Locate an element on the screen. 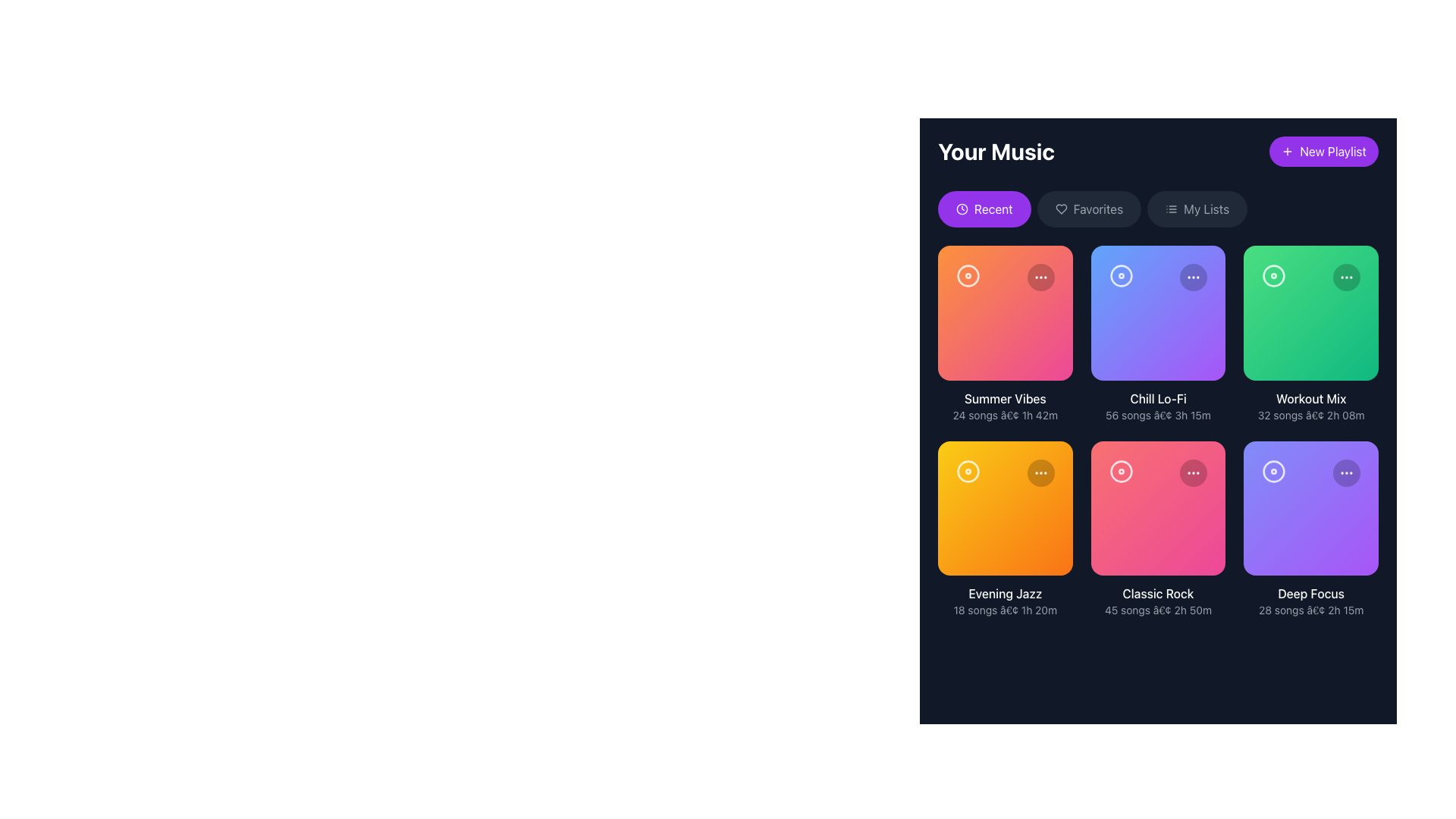 This screenshot has width=1456, height=819. the circular button with three horizontal dots in the top-right corner of the 'Classic Rock' card is located at coordinates (1193, 472).